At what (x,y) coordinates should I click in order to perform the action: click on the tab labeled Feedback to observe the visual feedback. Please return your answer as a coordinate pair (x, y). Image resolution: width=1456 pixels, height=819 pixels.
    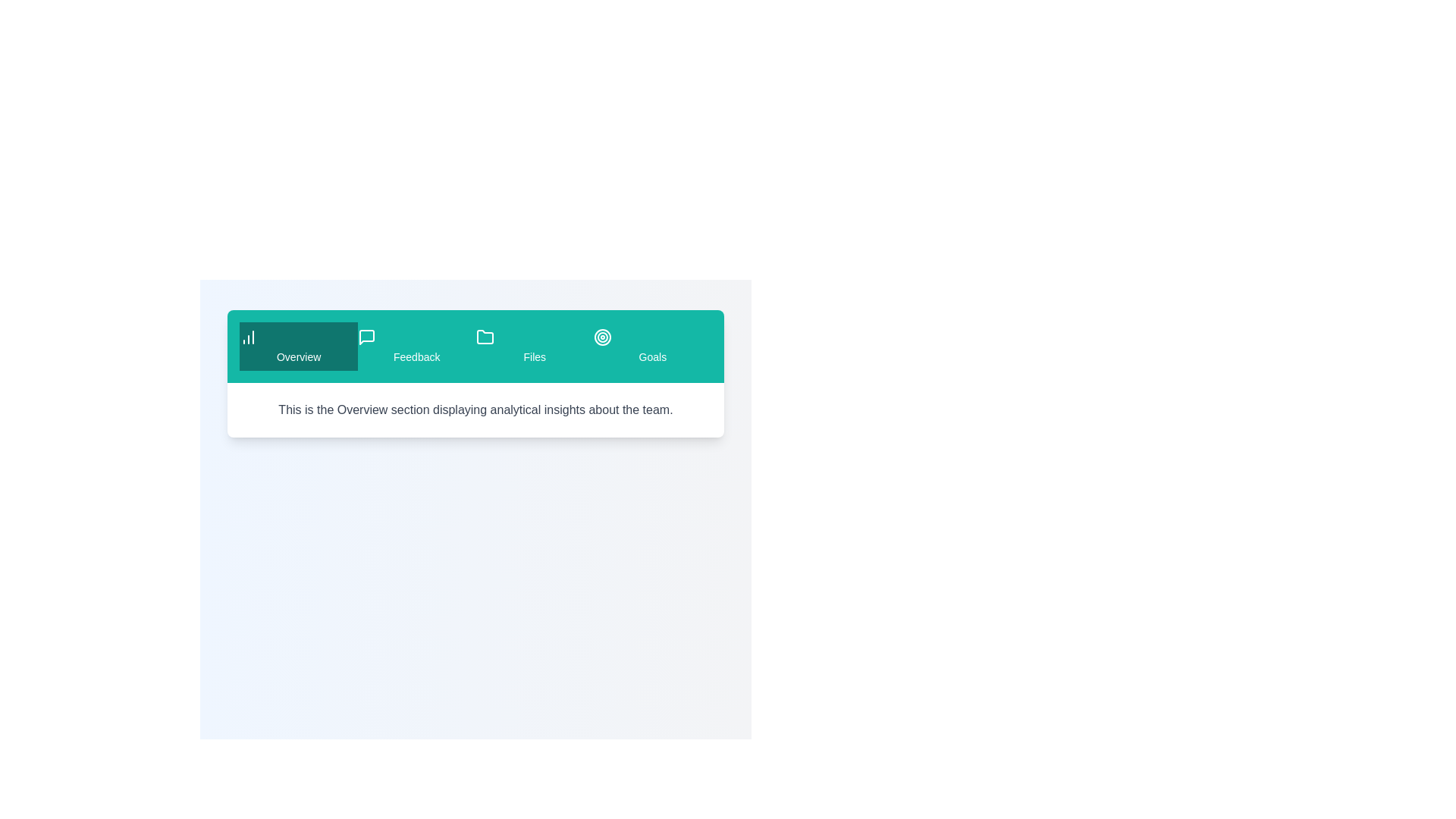
    Looking at the image, I should click on (416, 346).